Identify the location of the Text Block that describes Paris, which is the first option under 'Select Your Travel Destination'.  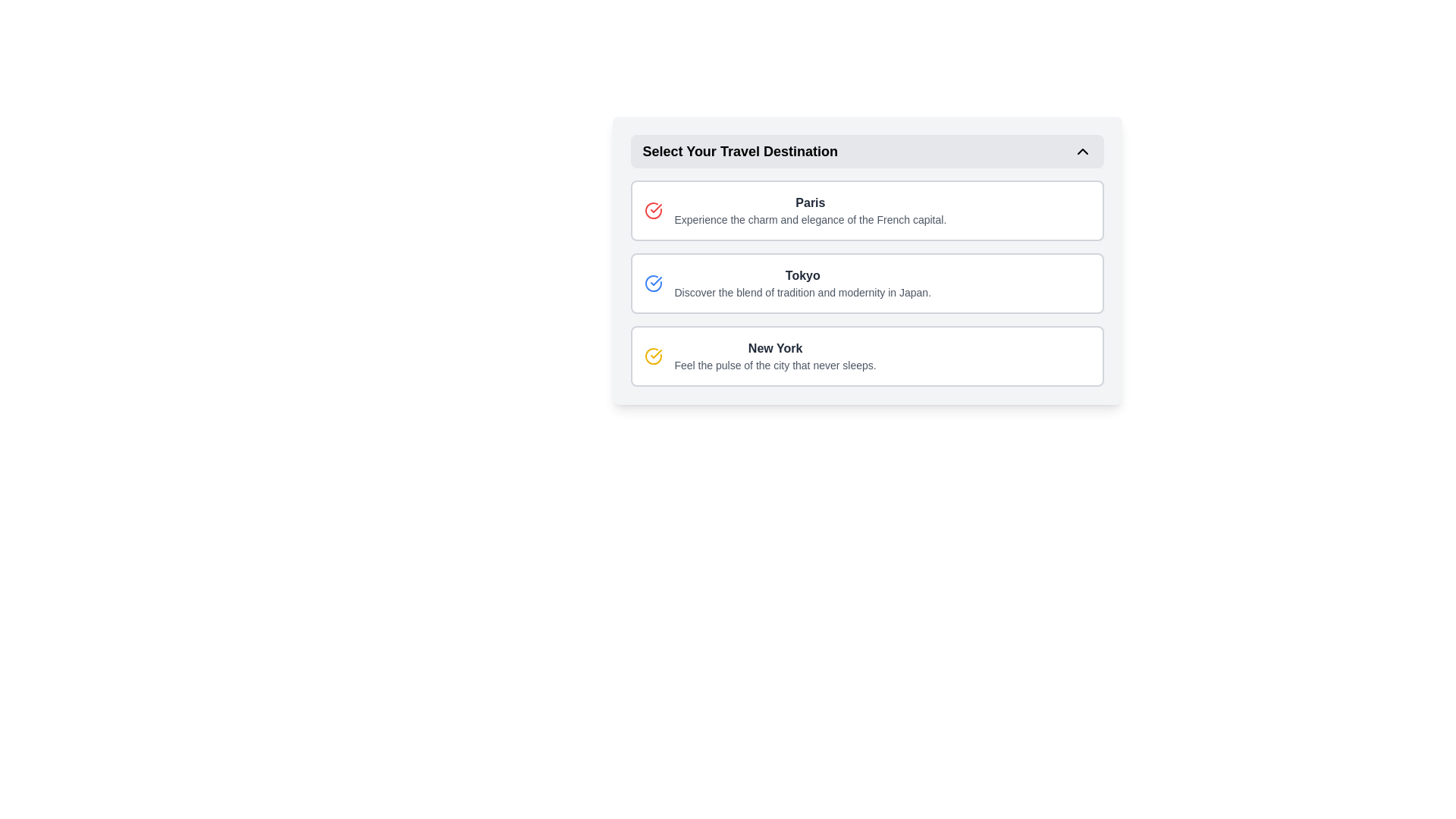
(809, 210).